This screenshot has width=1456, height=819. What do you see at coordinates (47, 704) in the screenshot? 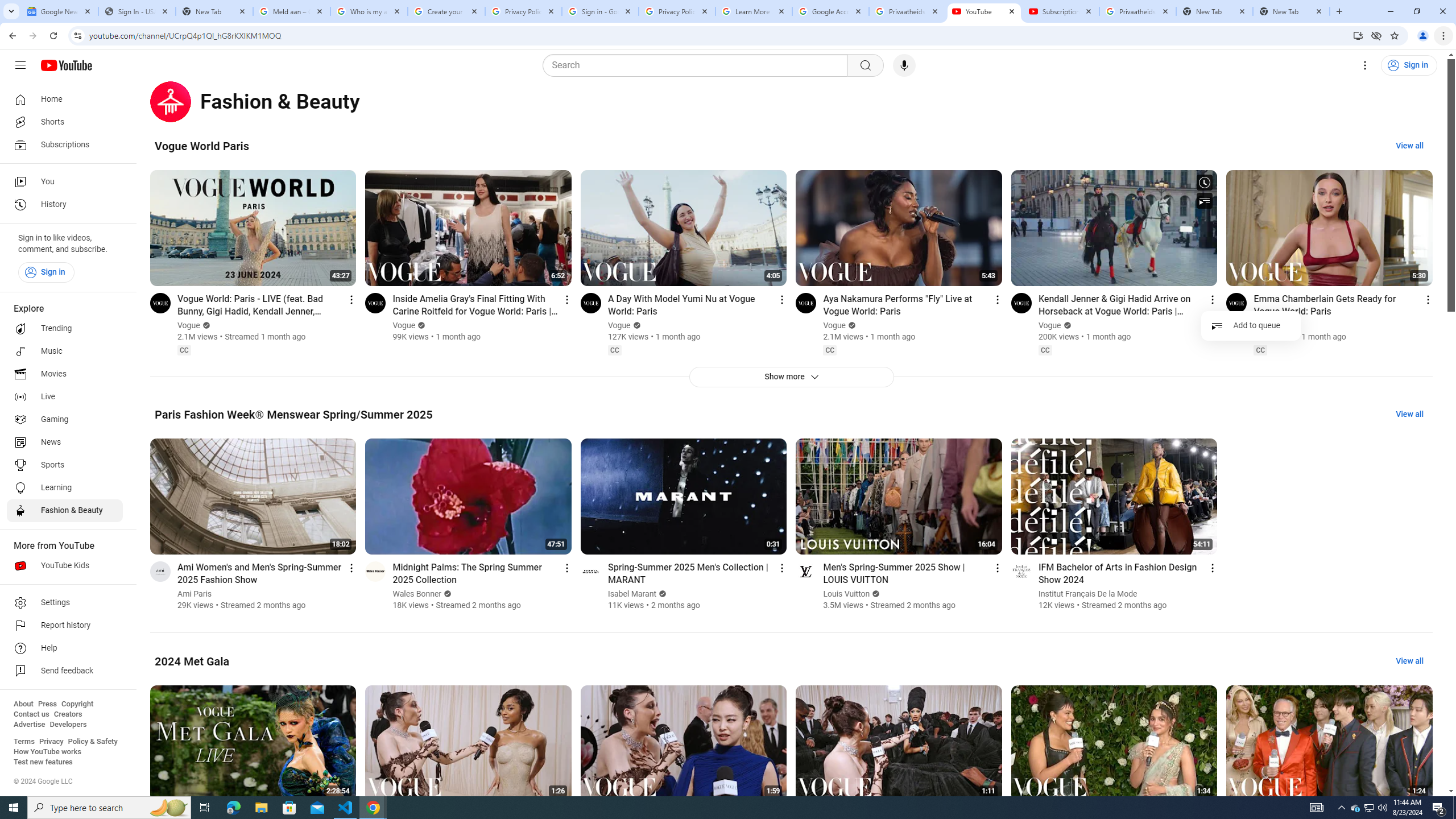
I see `'Press'` at bounding box center [47, 704].